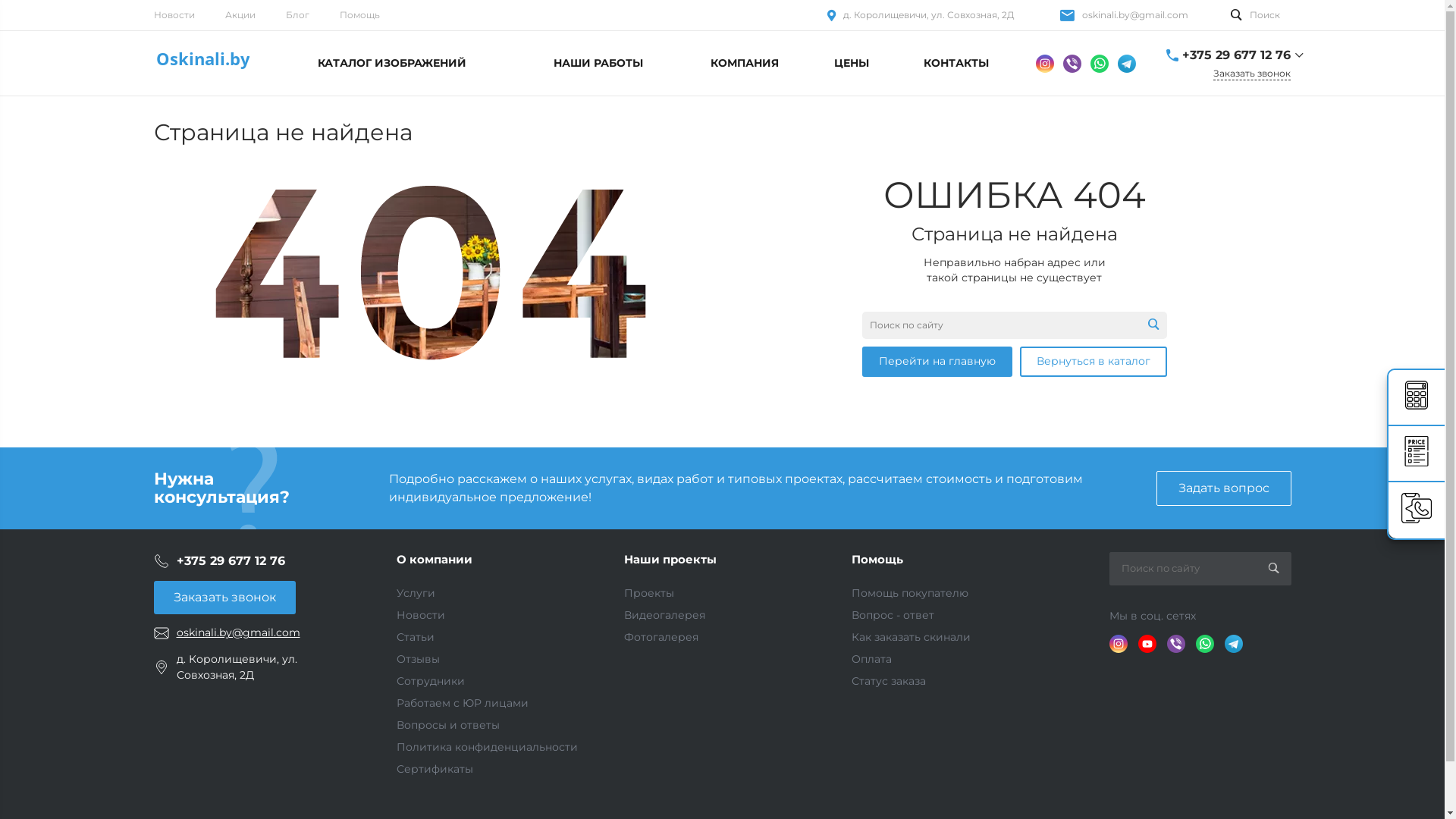 The width and height of the screenshot is (1456, 819). What do you see at coordinates (175, 560) in the screenshot?
I see `'+375 29 677 12 76'` at bounding box center [175, 560].